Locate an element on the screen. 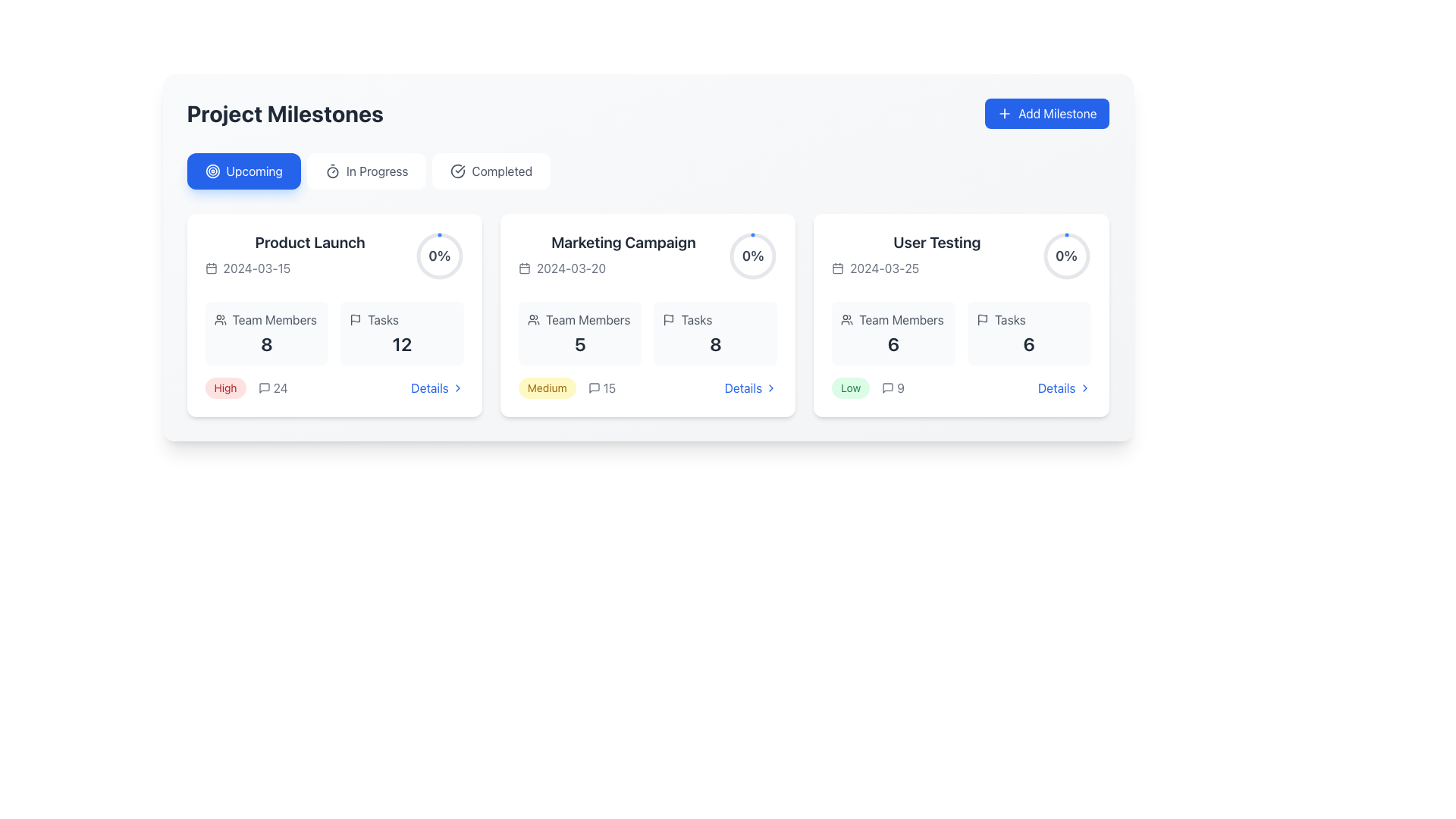 The width and height of the screenshot is (1456, 819). the chat bubble icon located in the 'Product Launch' card section under the 'High' label is located at coordinates (264, 388).